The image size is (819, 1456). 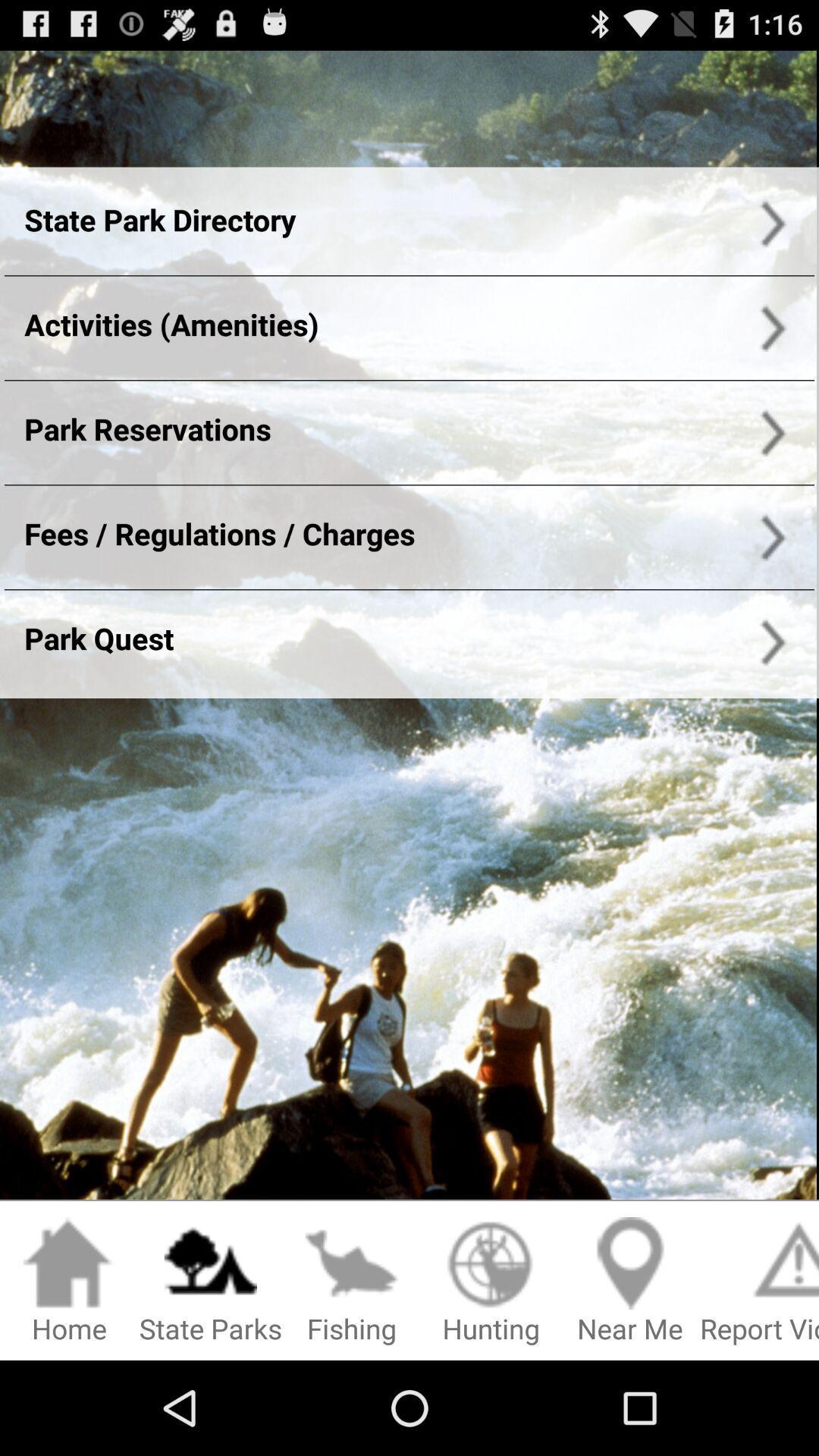 What do you see at coordinates (351, 1281) in the screenshot?
I see `the fishing option` at bounding box center [351, 1281].